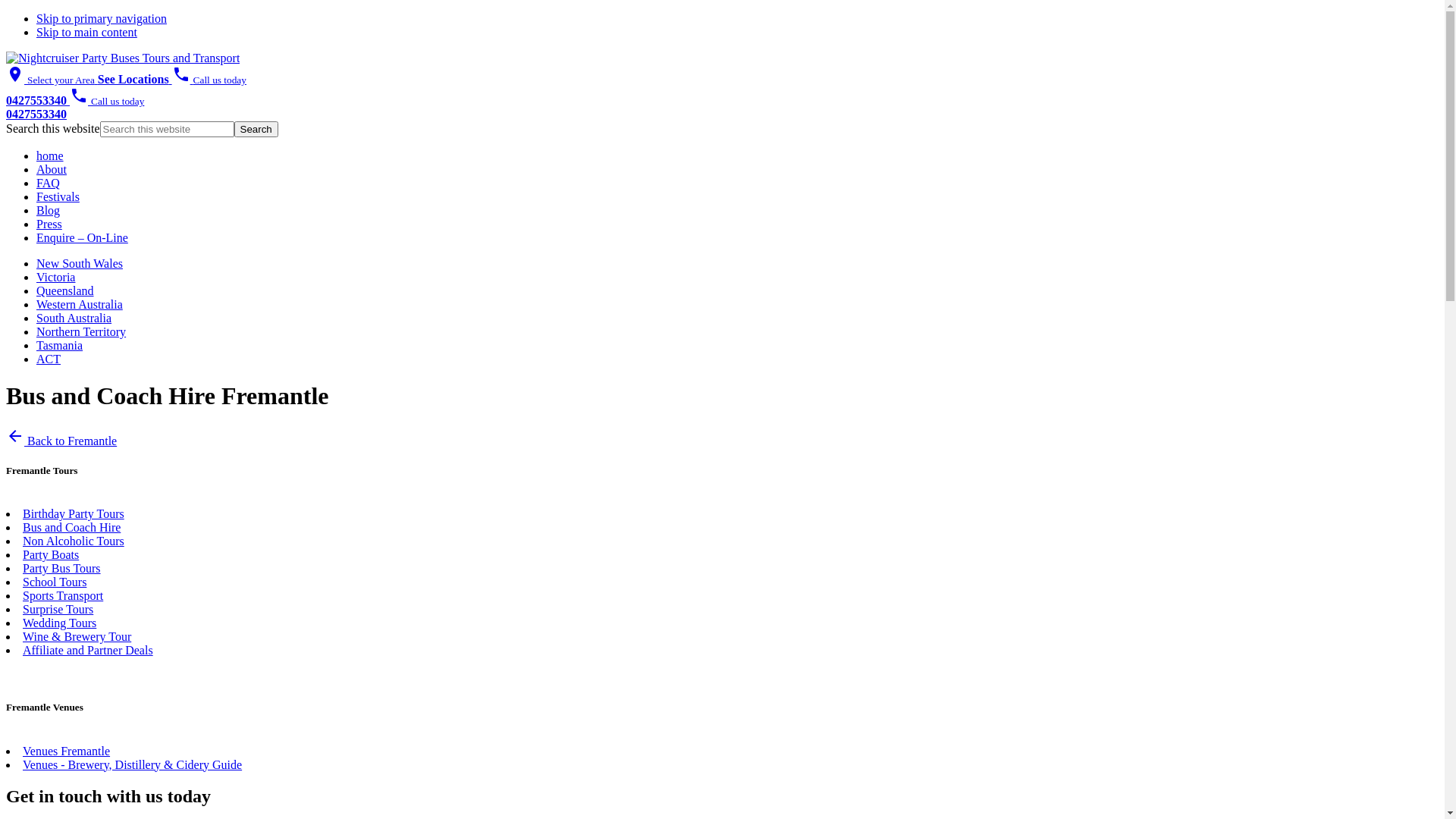 The width and height of the screenshot is (1456, 819). What do you see at coordinates (86, 649) in the screenshot?
I see `'Affiliate and Partner Deals'` at bounding box center [86, 649].